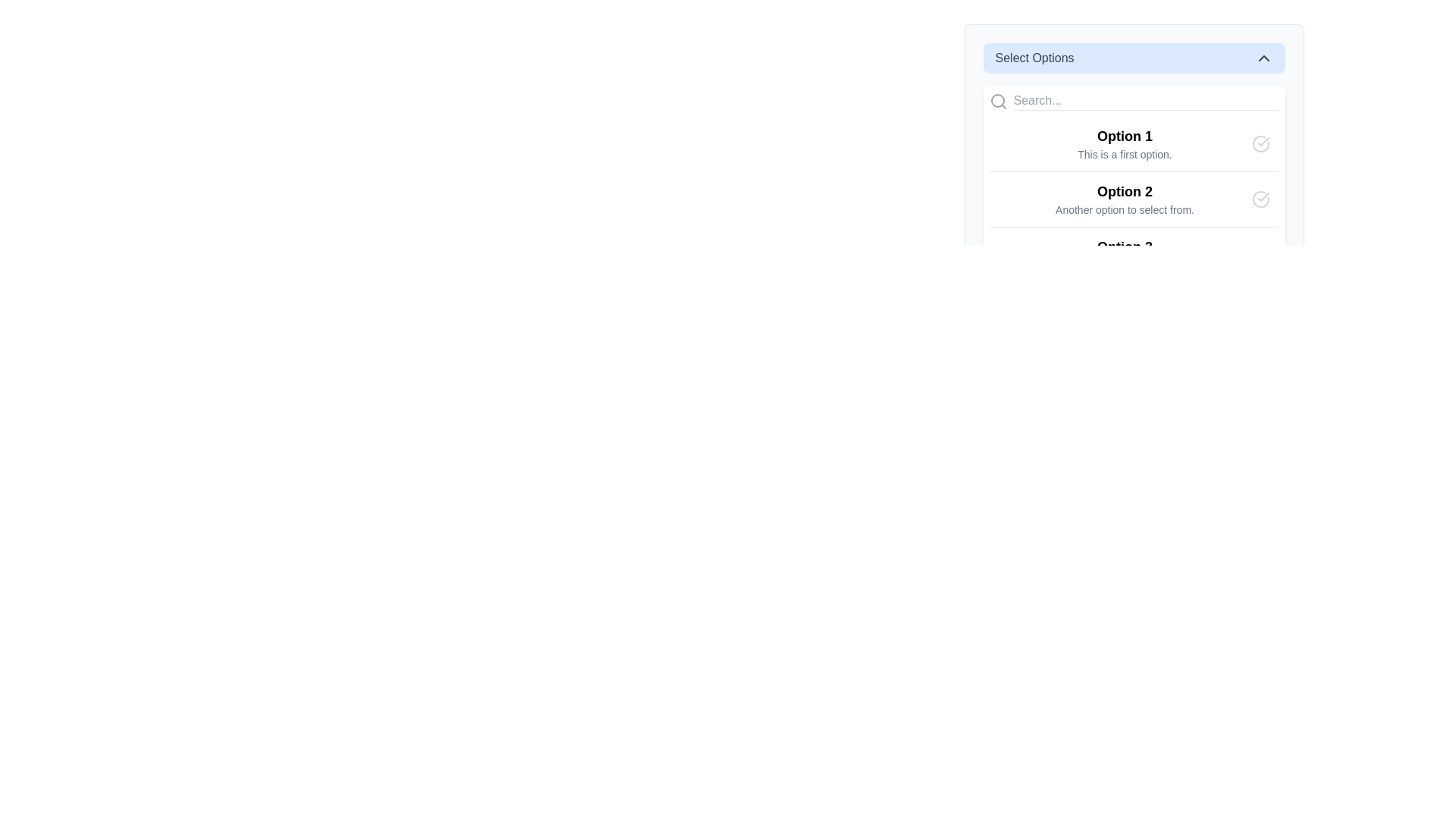 This screenshot has height=819, width=1456. What do you see at coordinates (1125, 210) in the screenshot?
I see `the gray Text label located directly beneath 'Option 2' in the sidebar panel to read its content` at bounding box center [1125, 210].